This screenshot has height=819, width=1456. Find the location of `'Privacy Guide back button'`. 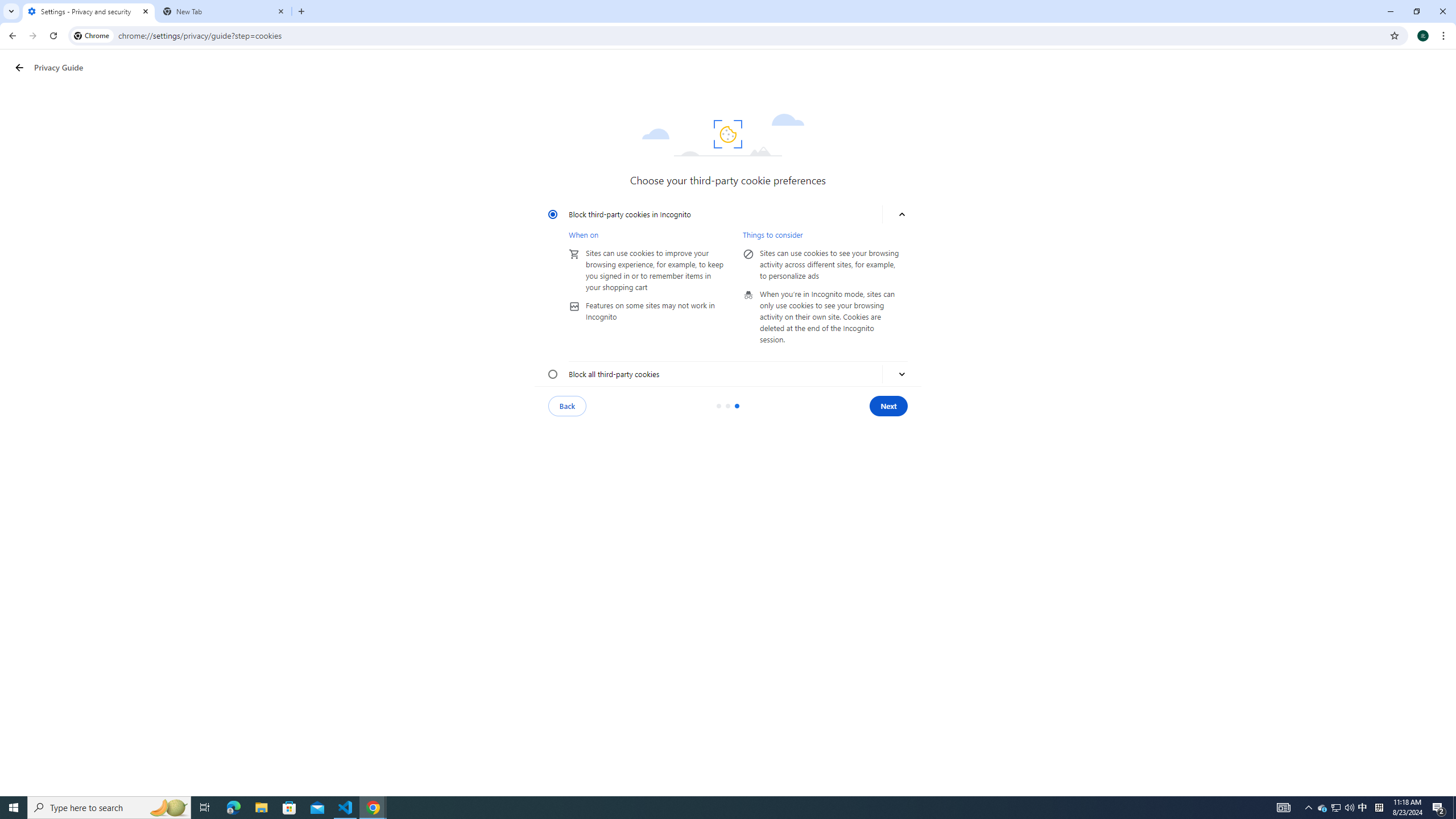

'Privacy Guide back button' is located at coordinates (19, 67).